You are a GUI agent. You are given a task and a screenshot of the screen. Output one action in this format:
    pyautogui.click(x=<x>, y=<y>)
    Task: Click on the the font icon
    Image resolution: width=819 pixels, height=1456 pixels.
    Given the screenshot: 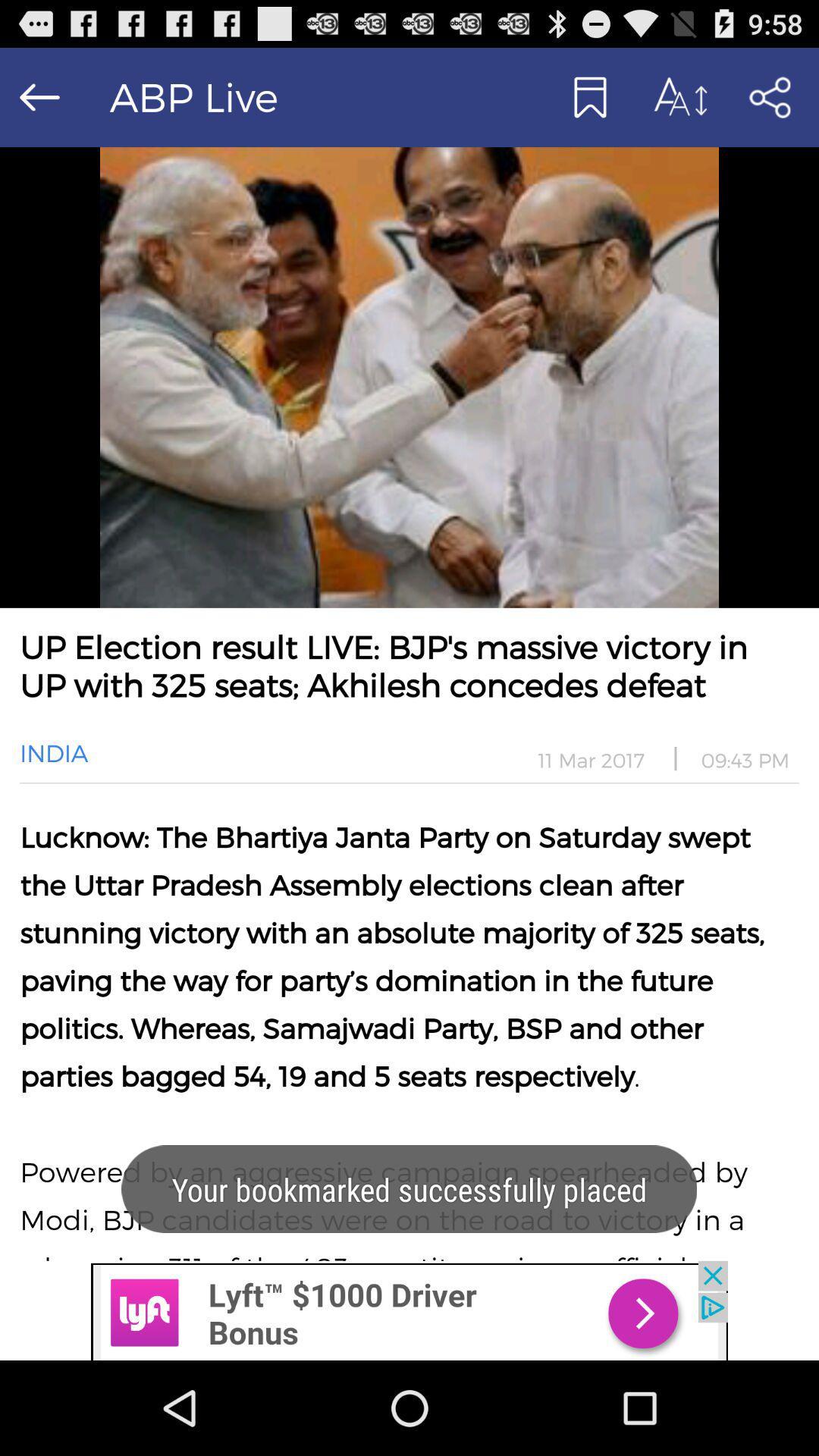 What is the action you would take?
    pyautogui.click(x=678, y=103)
    